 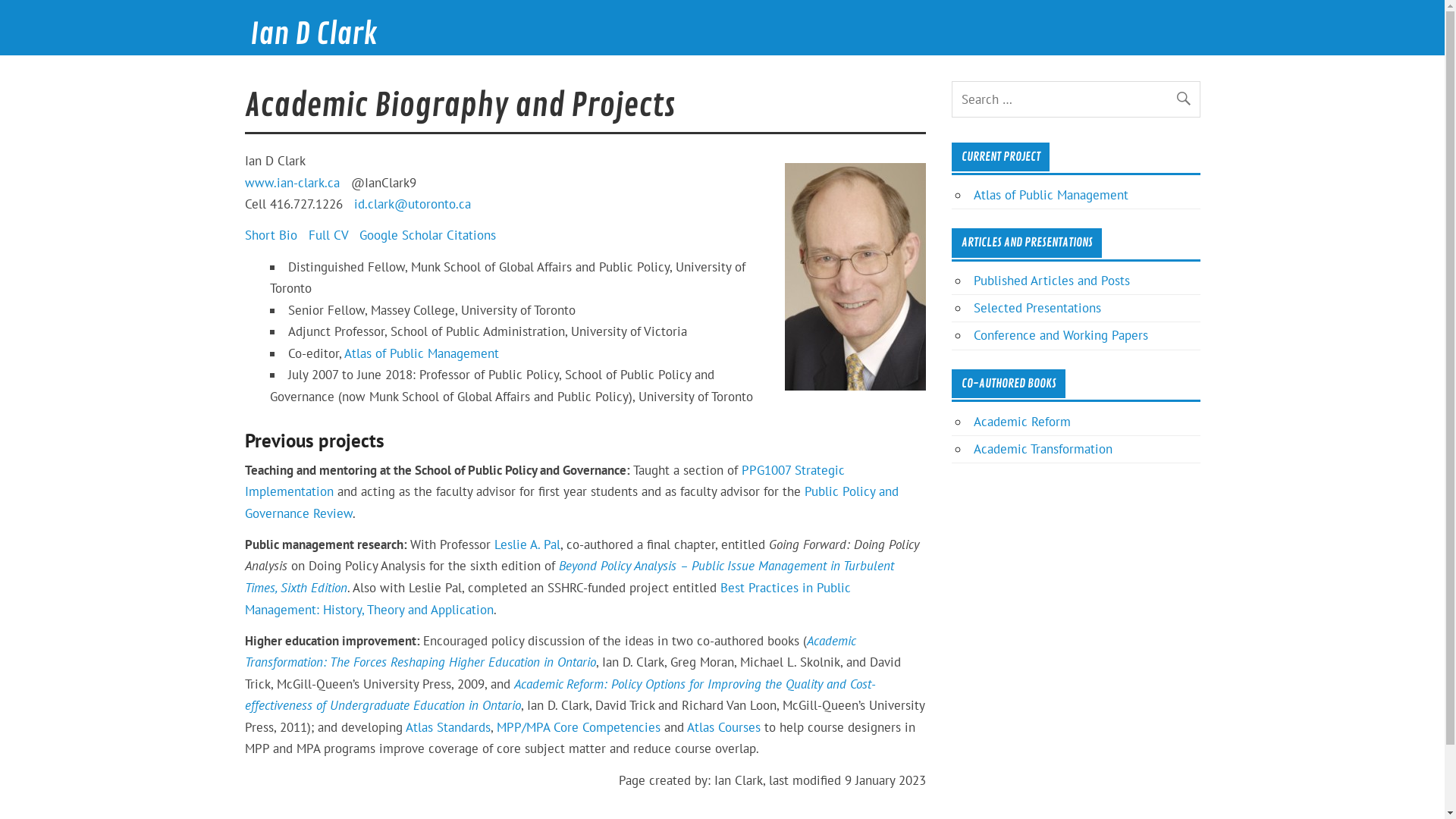 What do you see at coordinates (447, 726) in the screenshot?
I see `'Atlas Standards'` at bounding box center [447, 726].